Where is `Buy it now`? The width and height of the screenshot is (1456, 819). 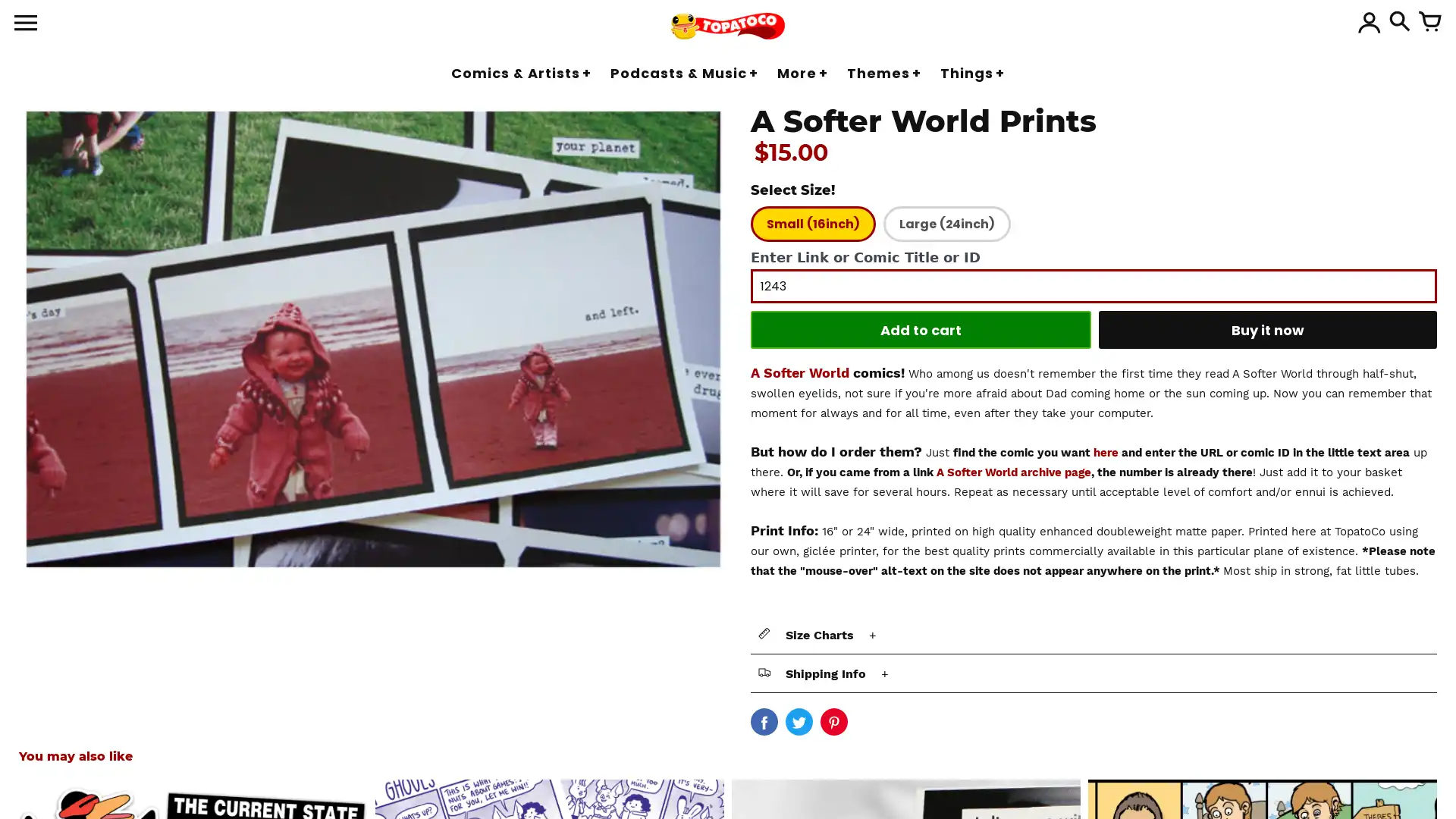
Buy it now is located at coordinates (1267, 329).